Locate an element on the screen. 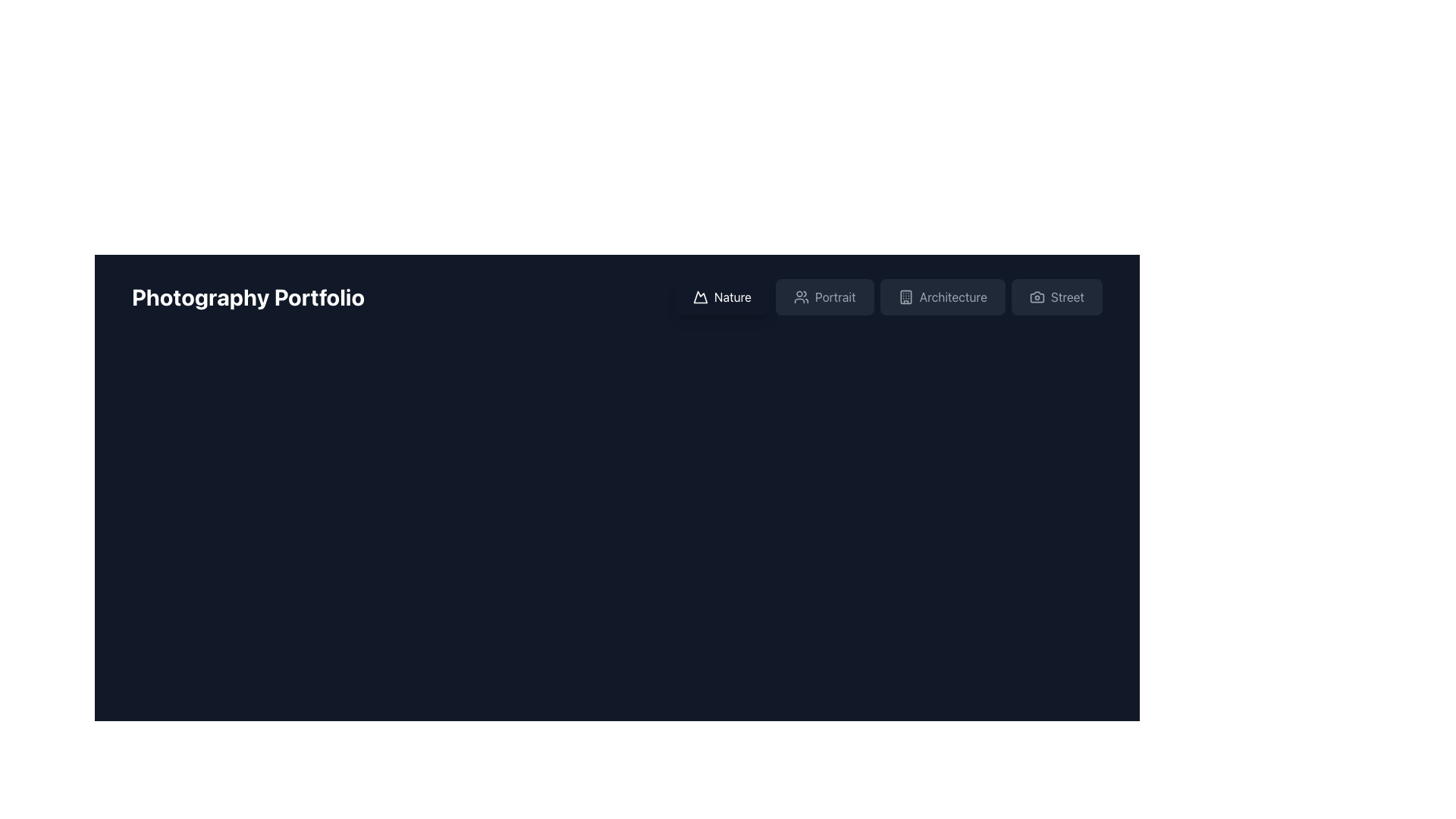 The width and height of the screenshot is (1456, 819). the 'Street' button located in the top-right horizontal menu bar to allow keyboard interaction is located at coordinates (1056, 297).